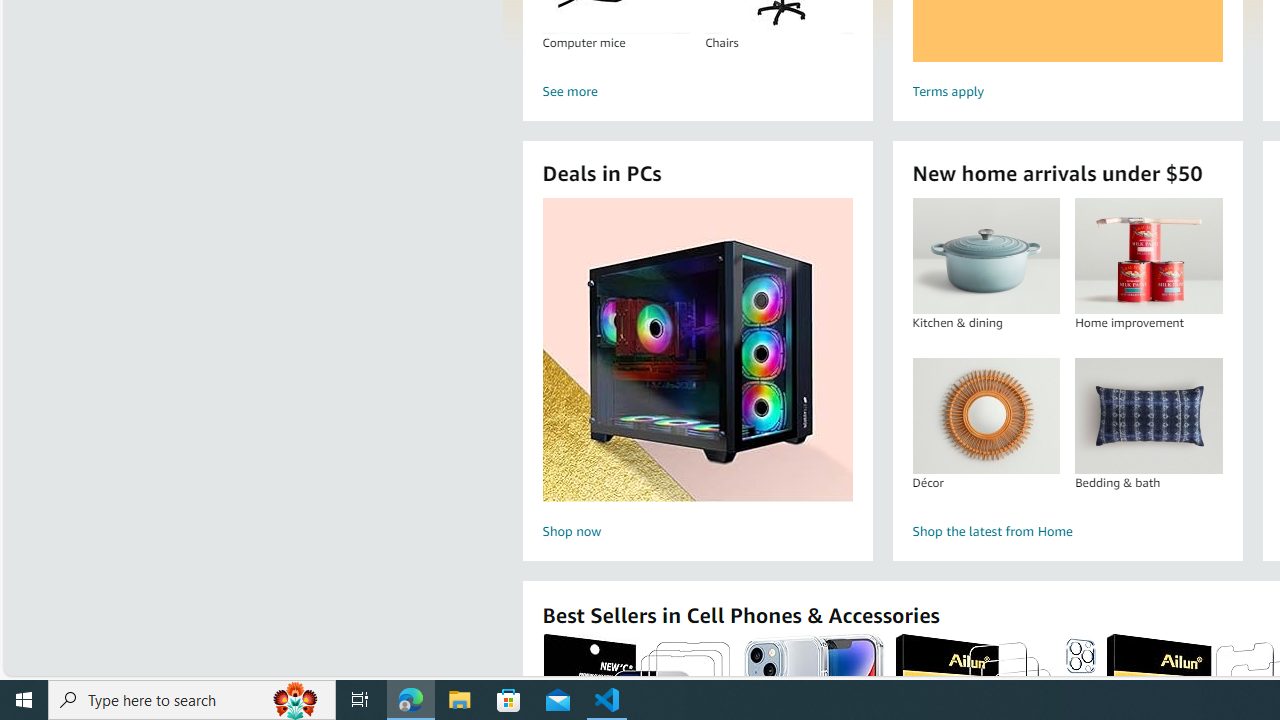 This screenshot has width=1280, height=720. Describe the element at coordinates (697, 371) in the screenshot. I see `'Deals in PCs Shop now'` at that location.